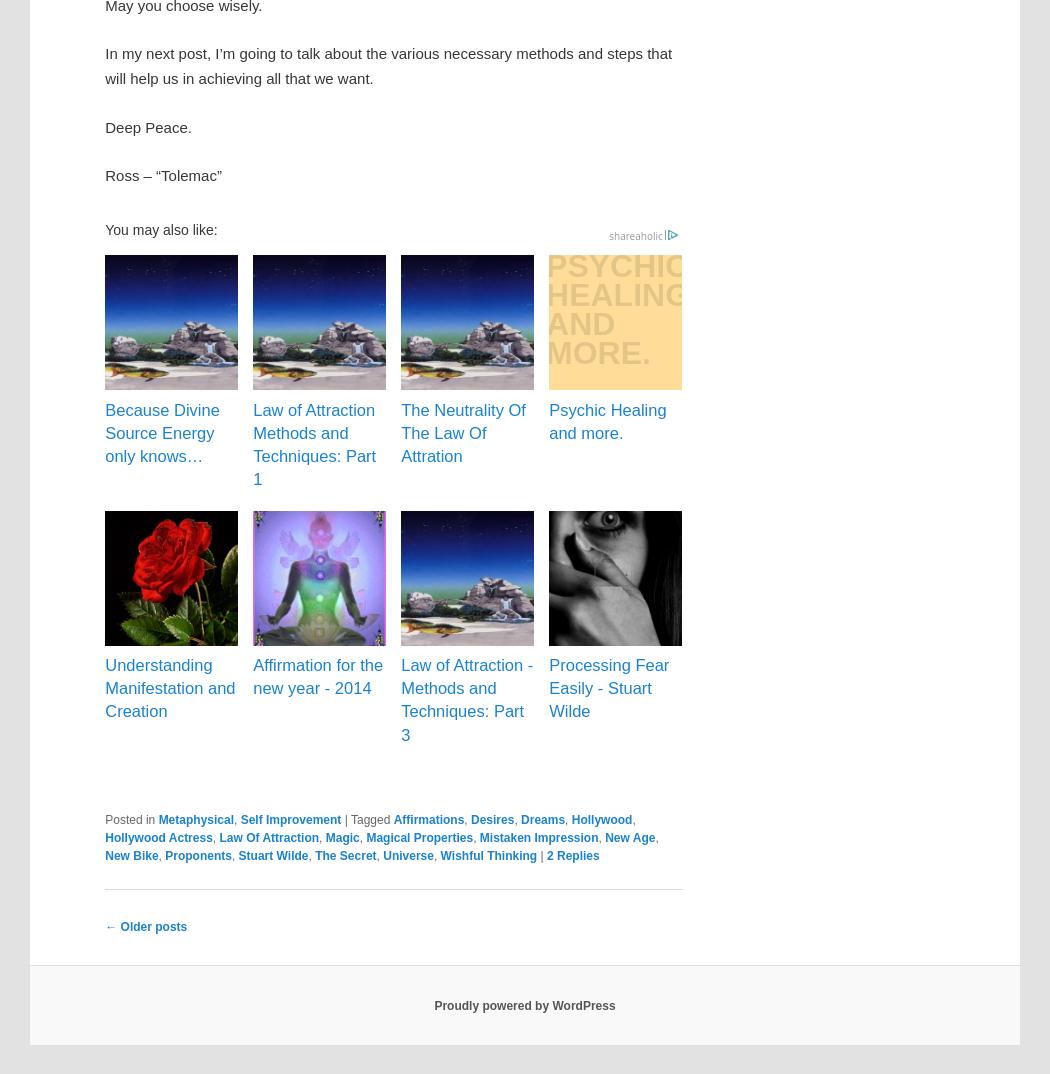 Image resolution: width=1050 pixels, height=1074 pixels. I want to click on 'Metaphysical', so click(195, 819).